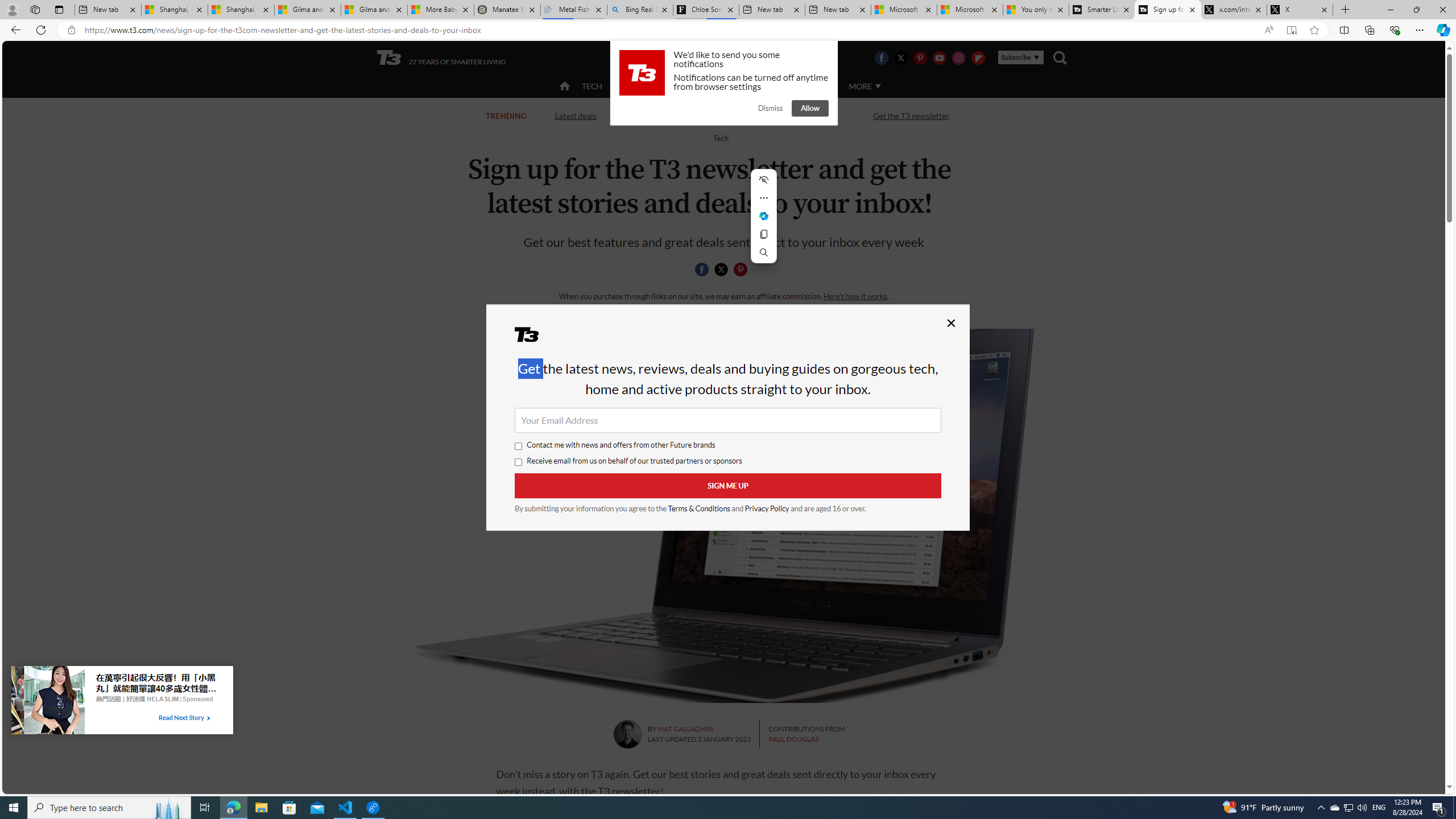  I want to click on 'Gilma and Hector both pose tropical trouble for Hawaii', so click(373, 9).